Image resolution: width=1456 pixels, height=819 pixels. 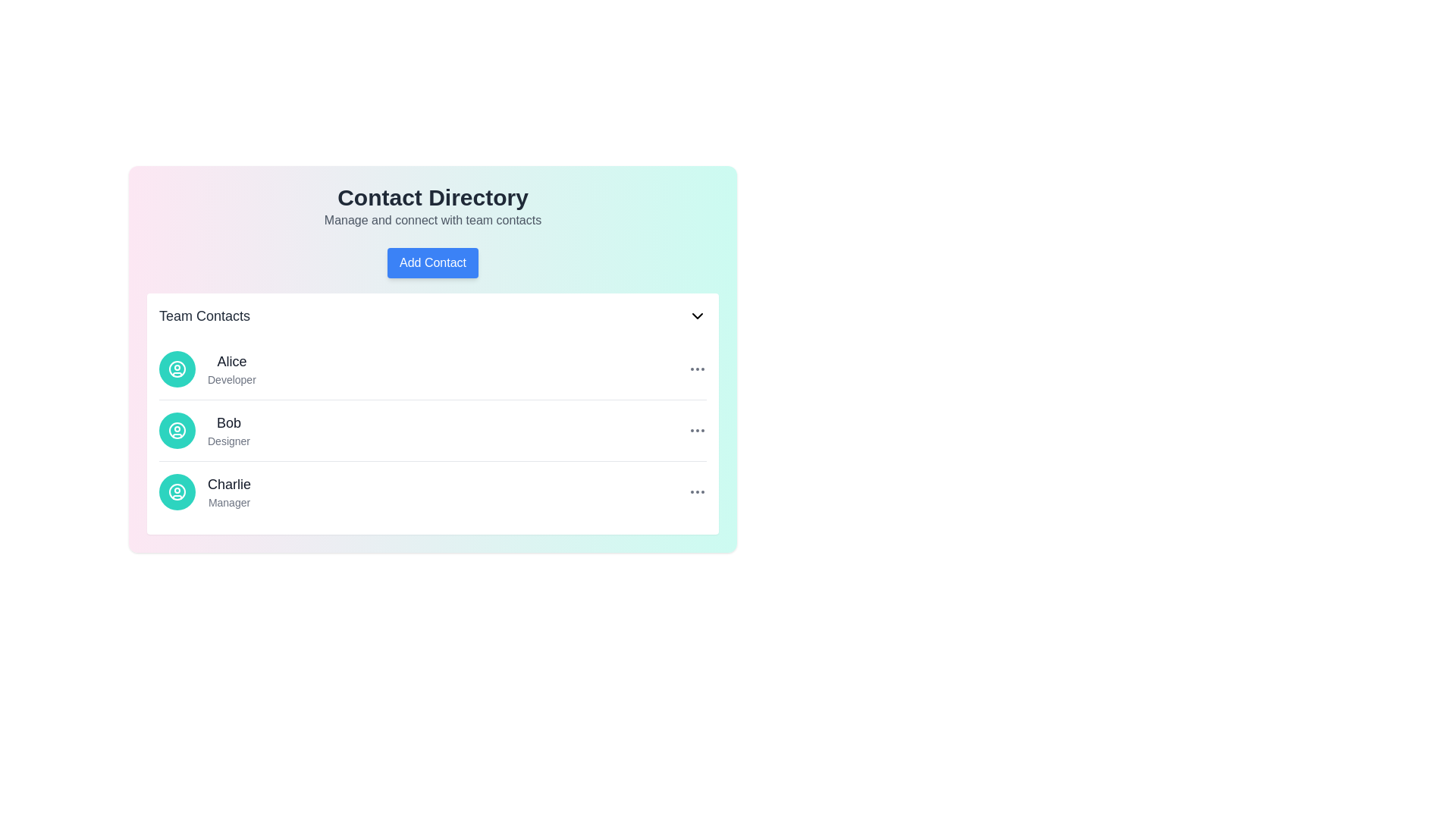 What do you see at coordinates (697, 430) in the screenshot?
I see `the vertical ellipsis icon button associated with the 'Bob' entry in the 'Team Contacts' section` at bounding box center [697, 430].